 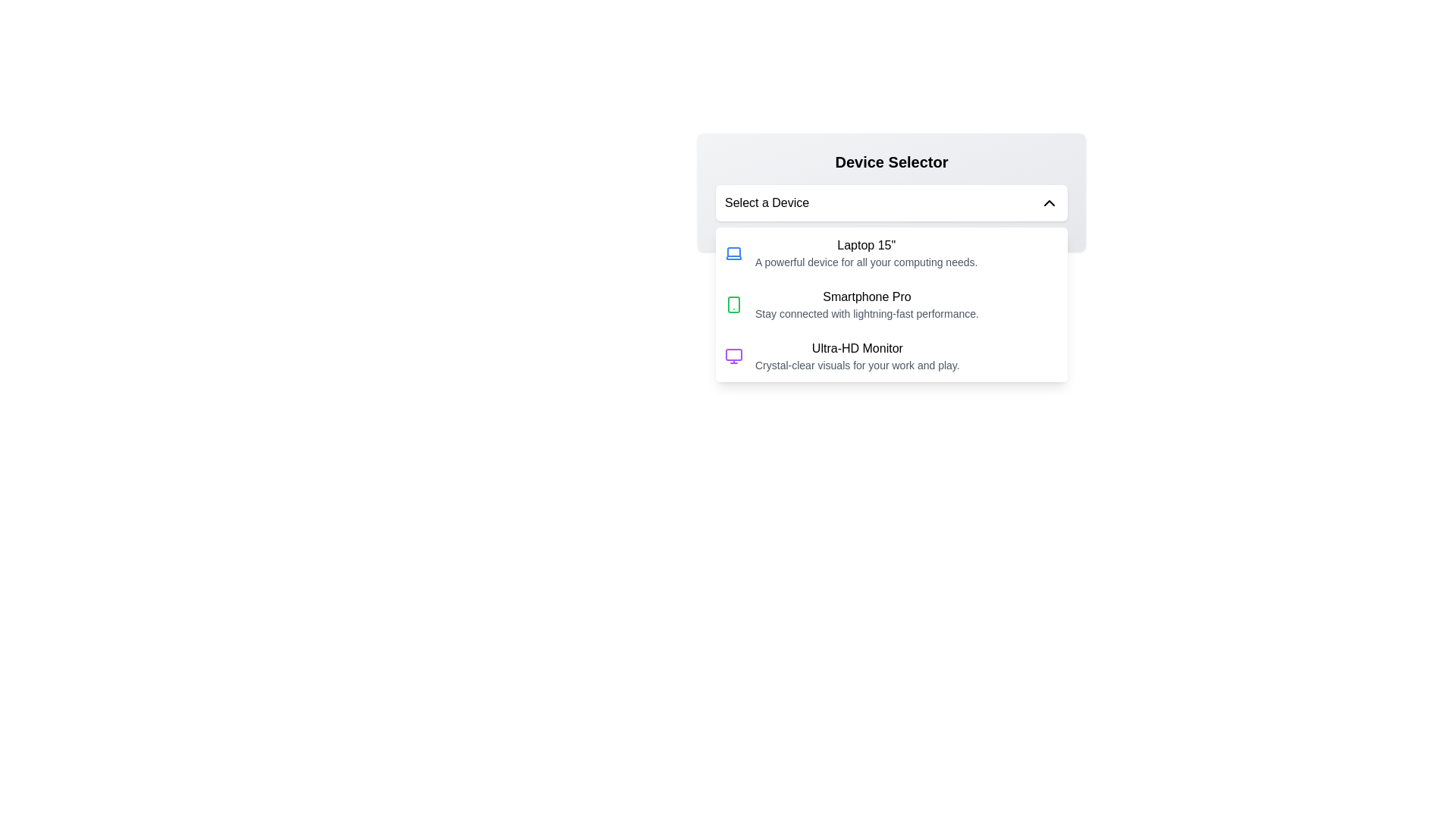 What do you see at coordinates (857, 356) in the screenshot?
I see `the text display labeled 'Ultra-HD Monitor' in the selectable dropdown list` at bounding box center [857, 356].